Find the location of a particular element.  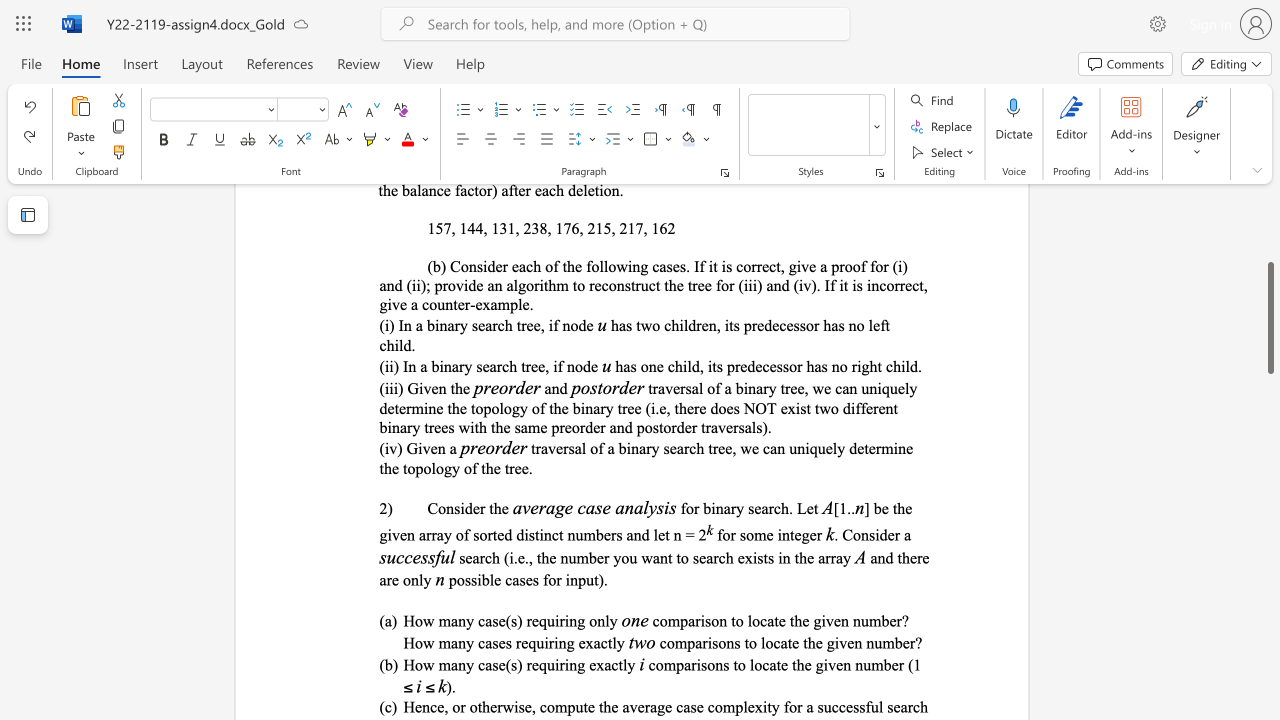

the scrollbar and move up 50 pixels is located at coordinates (1269, 317).